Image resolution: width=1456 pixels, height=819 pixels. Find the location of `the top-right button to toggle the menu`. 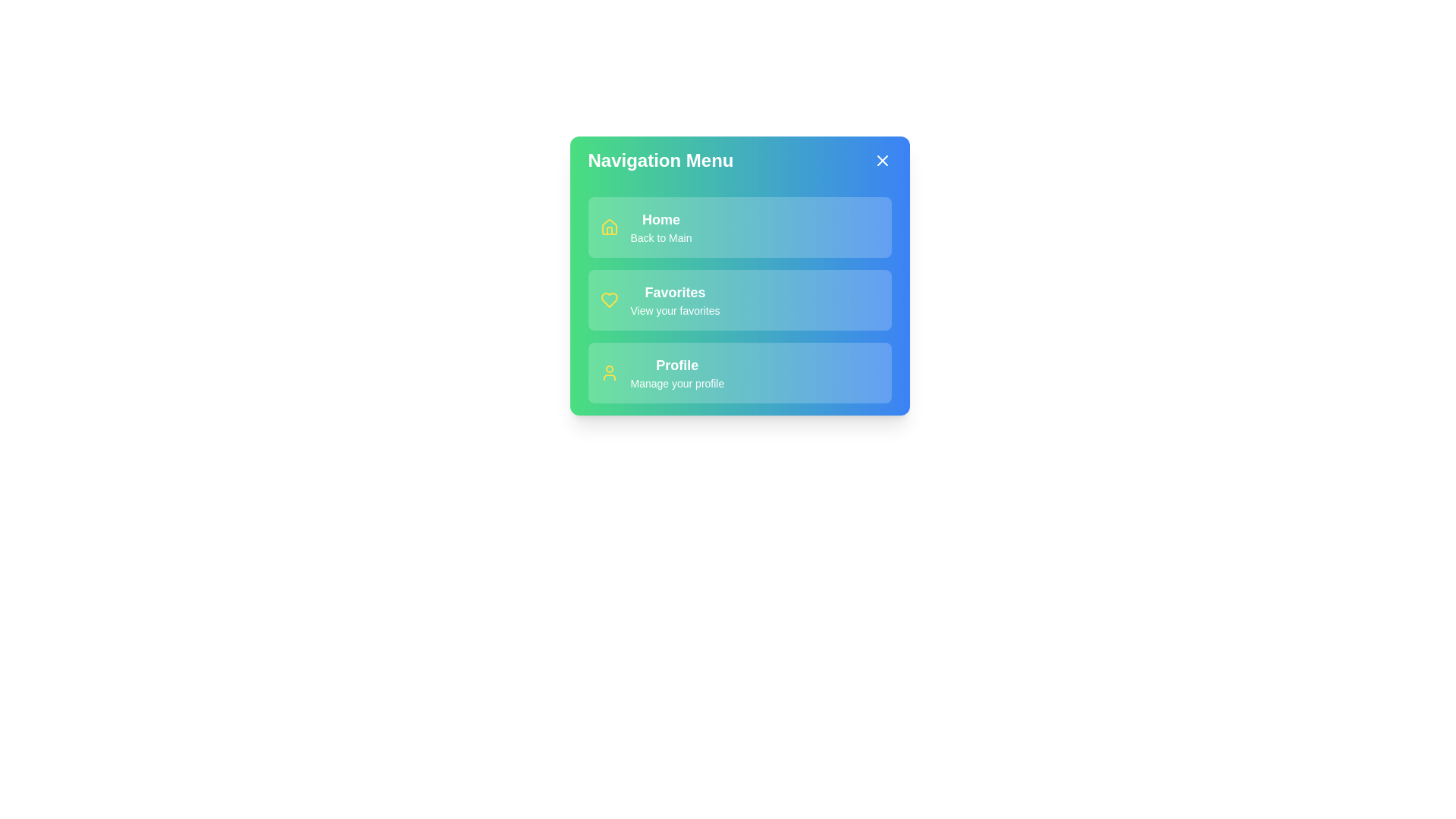

the top-right button to toggle the menu is located at coordinates (882, 161).